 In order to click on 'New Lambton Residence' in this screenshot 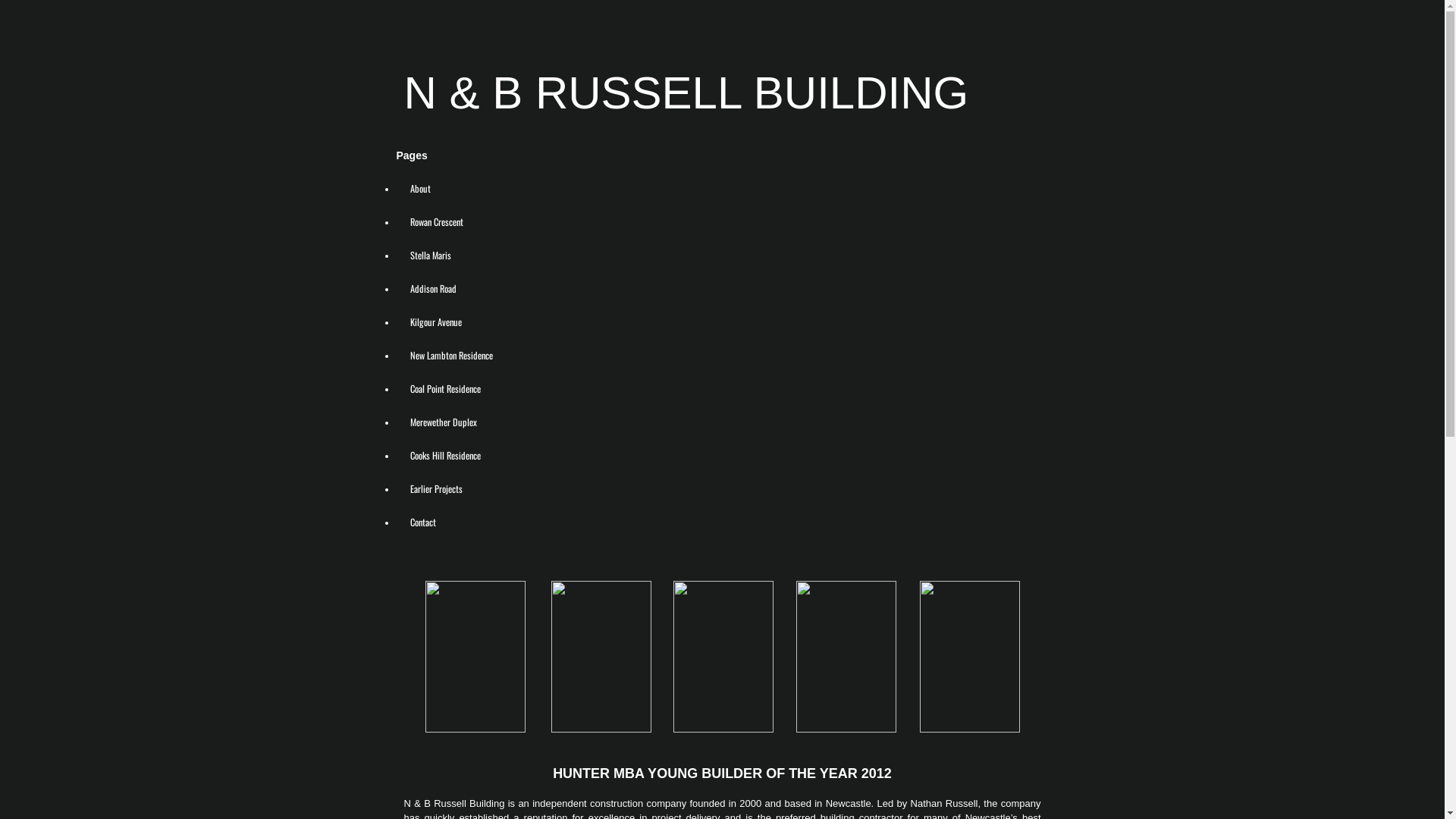, I will do `click(396, 354)`.